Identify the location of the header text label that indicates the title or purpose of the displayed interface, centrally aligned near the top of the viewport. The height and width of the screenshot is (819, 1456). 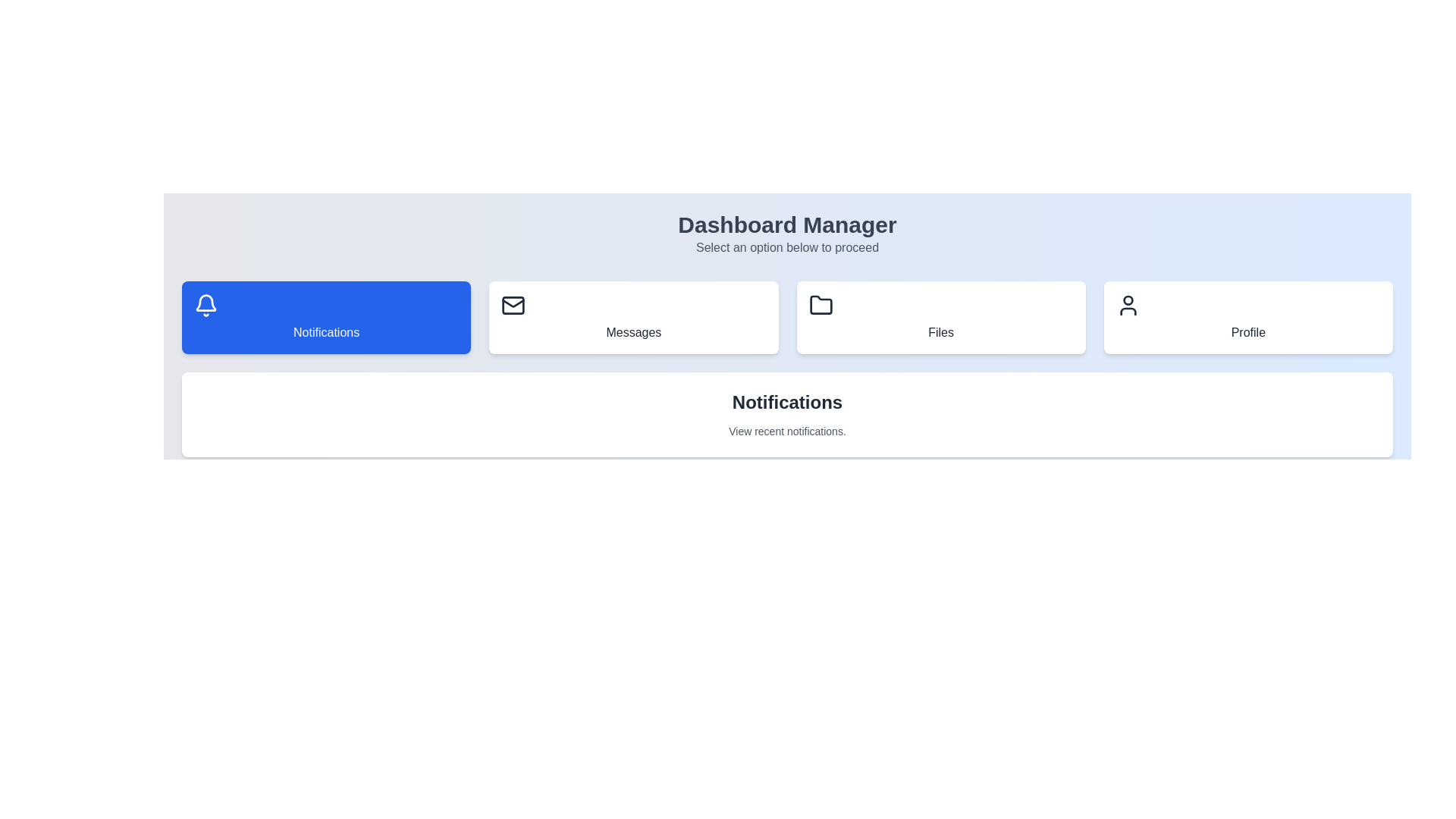
(787, 225).